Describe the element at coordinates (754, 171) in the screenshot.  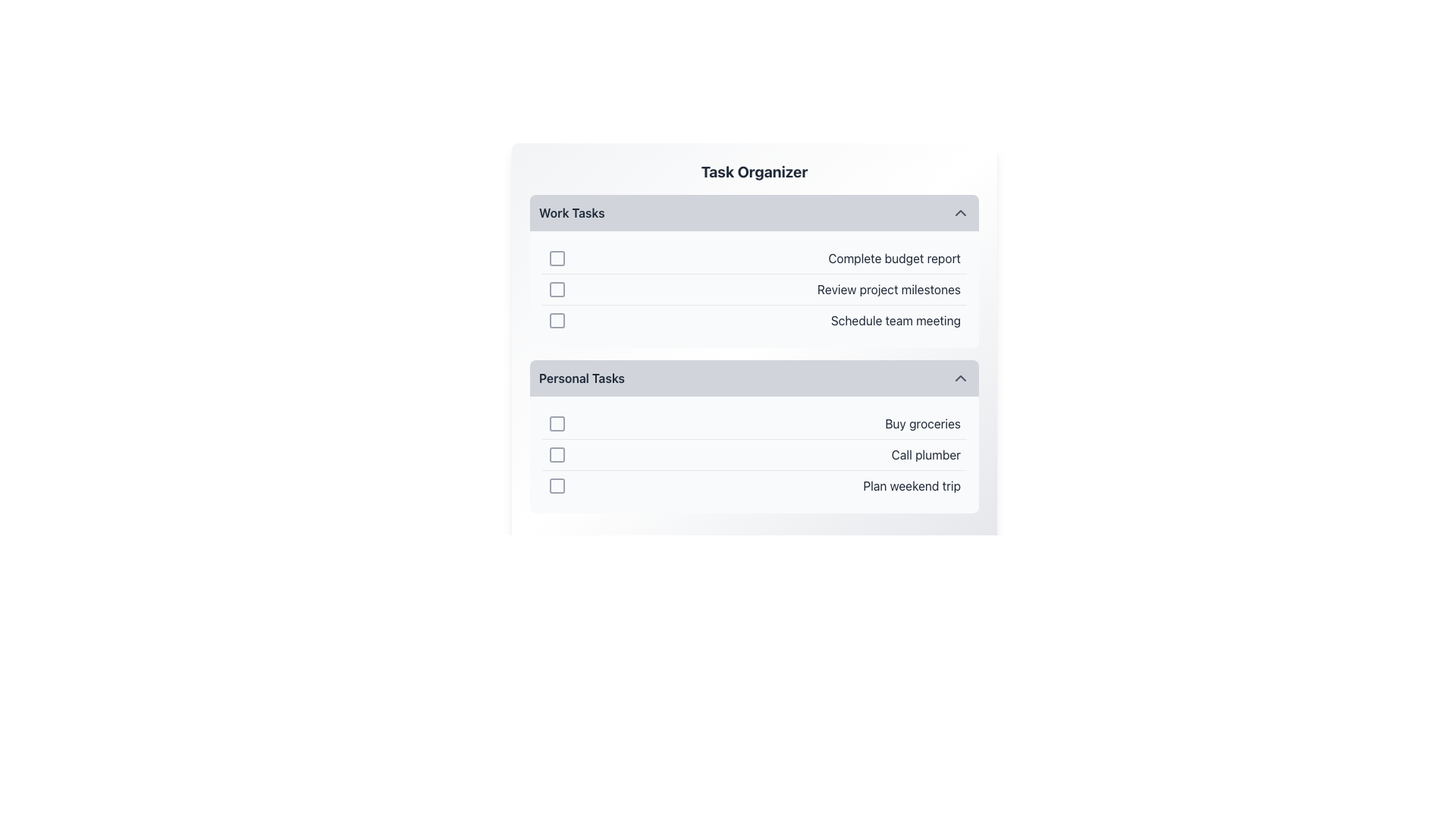
I see `text of the title label that serves as the heading for the tasks section, positioned above the 'Work Tasks' and 'Personal Tasks'` at that location.